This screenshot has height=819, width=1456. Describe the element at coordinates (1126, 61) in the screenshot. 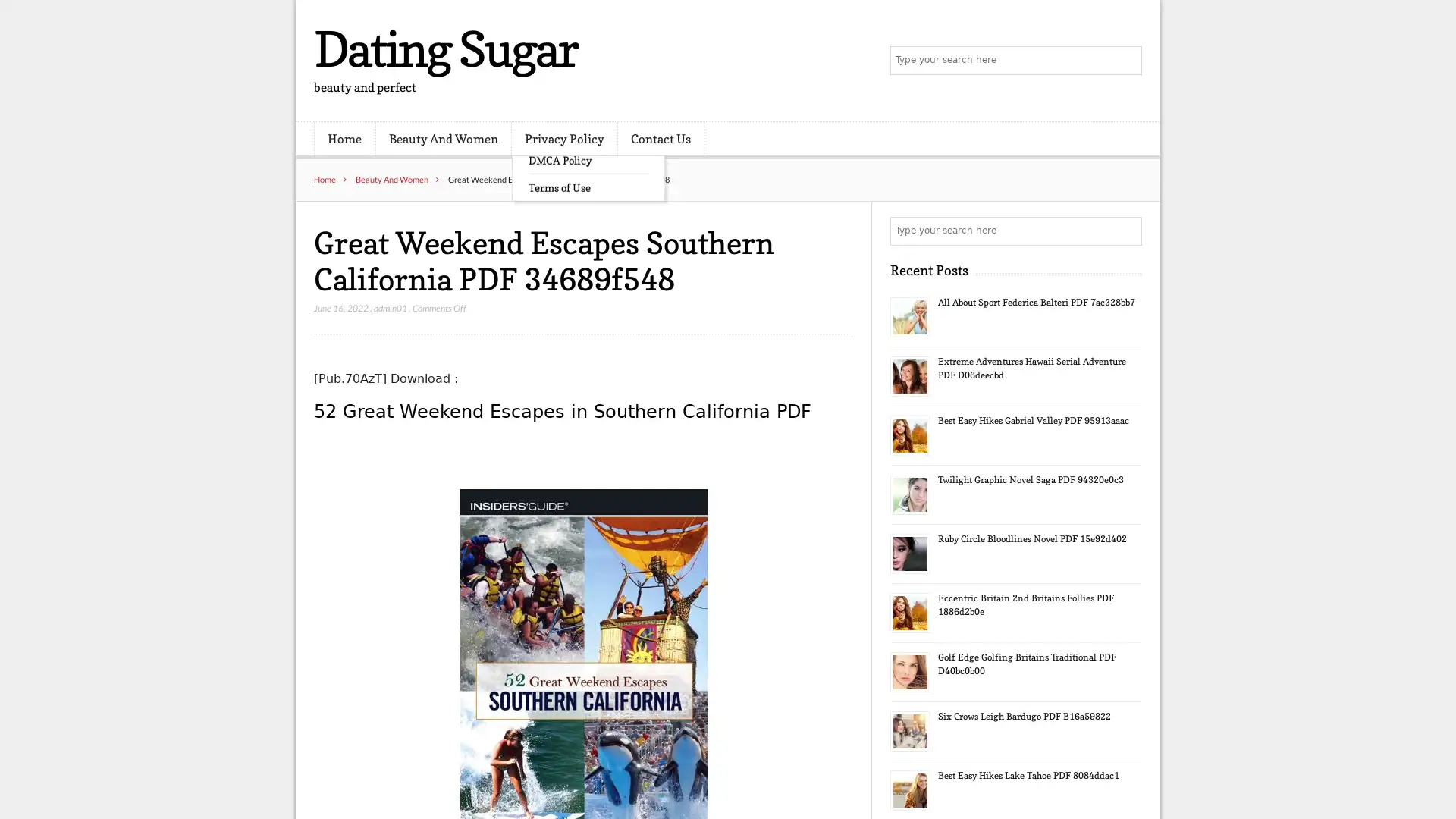

I see `Search` at that location.